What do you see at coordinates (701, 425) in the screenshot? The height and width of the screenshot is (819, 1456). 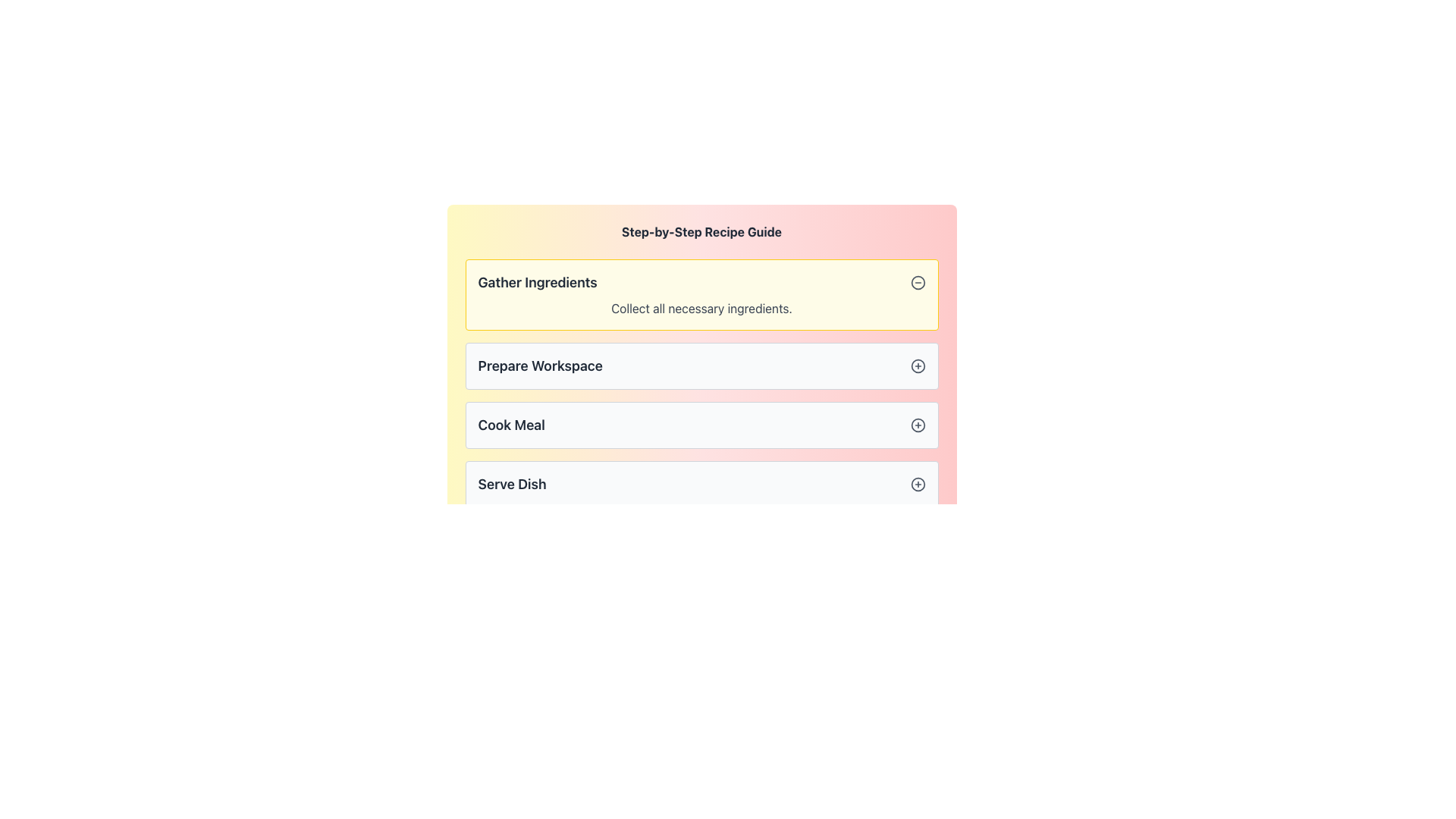 I see `the 'Cook Meal' list item in the step-by-step guide` at bounding box center [701, 425].